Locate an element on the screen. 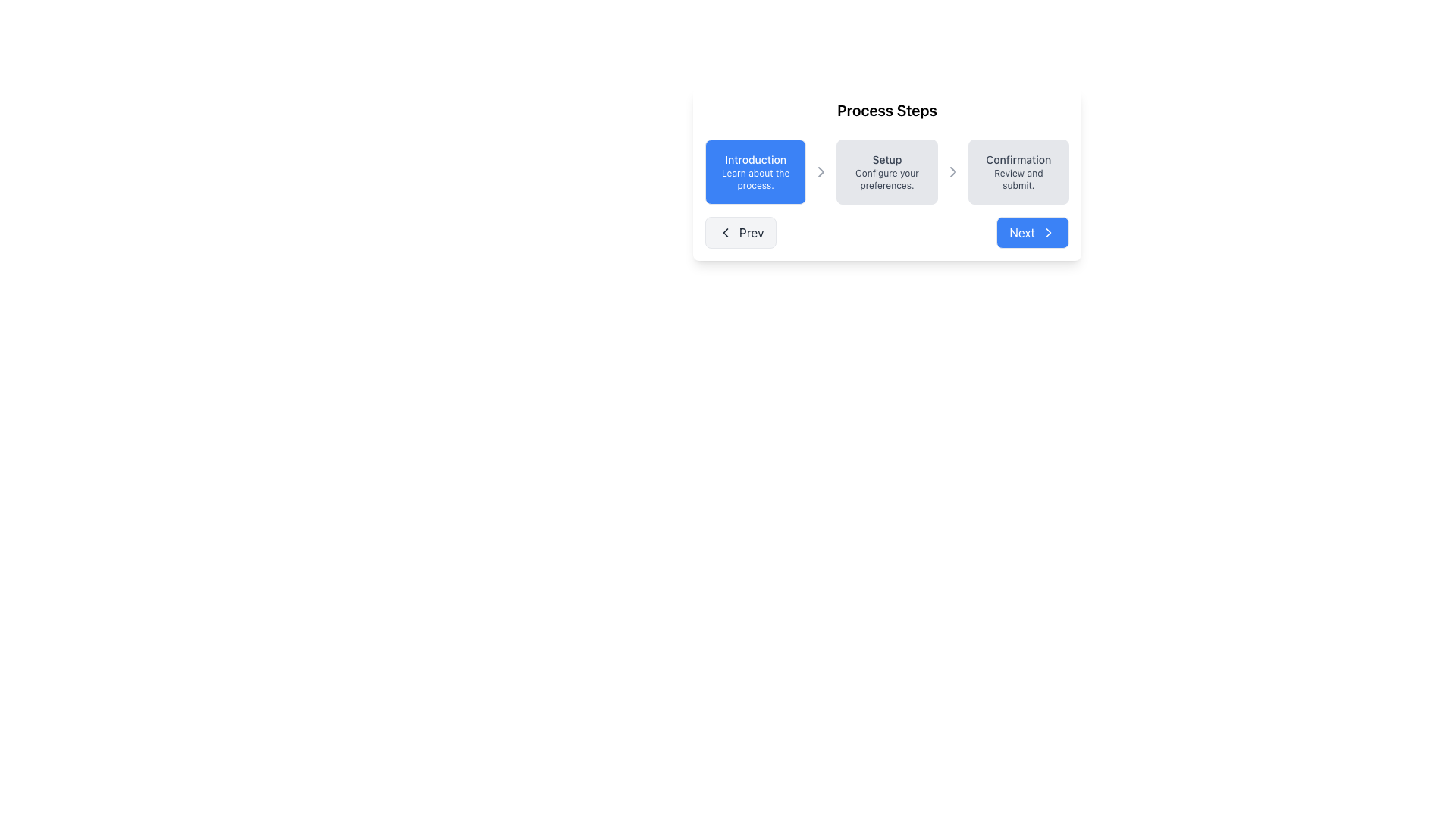  the SVG Graphic (Arrow Icon) located within the 'Prev' button, positioned to the left of the step indicators in the process steps interface is located at coordinates (724, 233).